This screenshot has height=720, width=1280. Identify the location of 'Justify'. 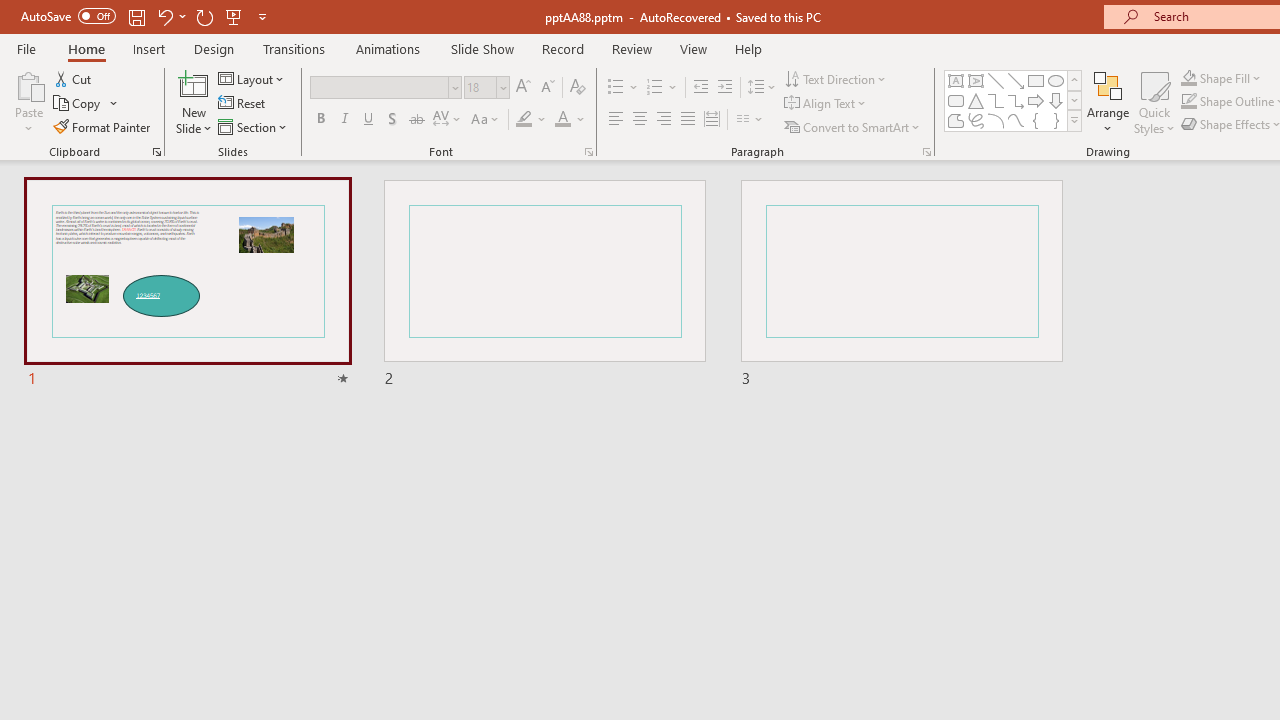
(688, 119).